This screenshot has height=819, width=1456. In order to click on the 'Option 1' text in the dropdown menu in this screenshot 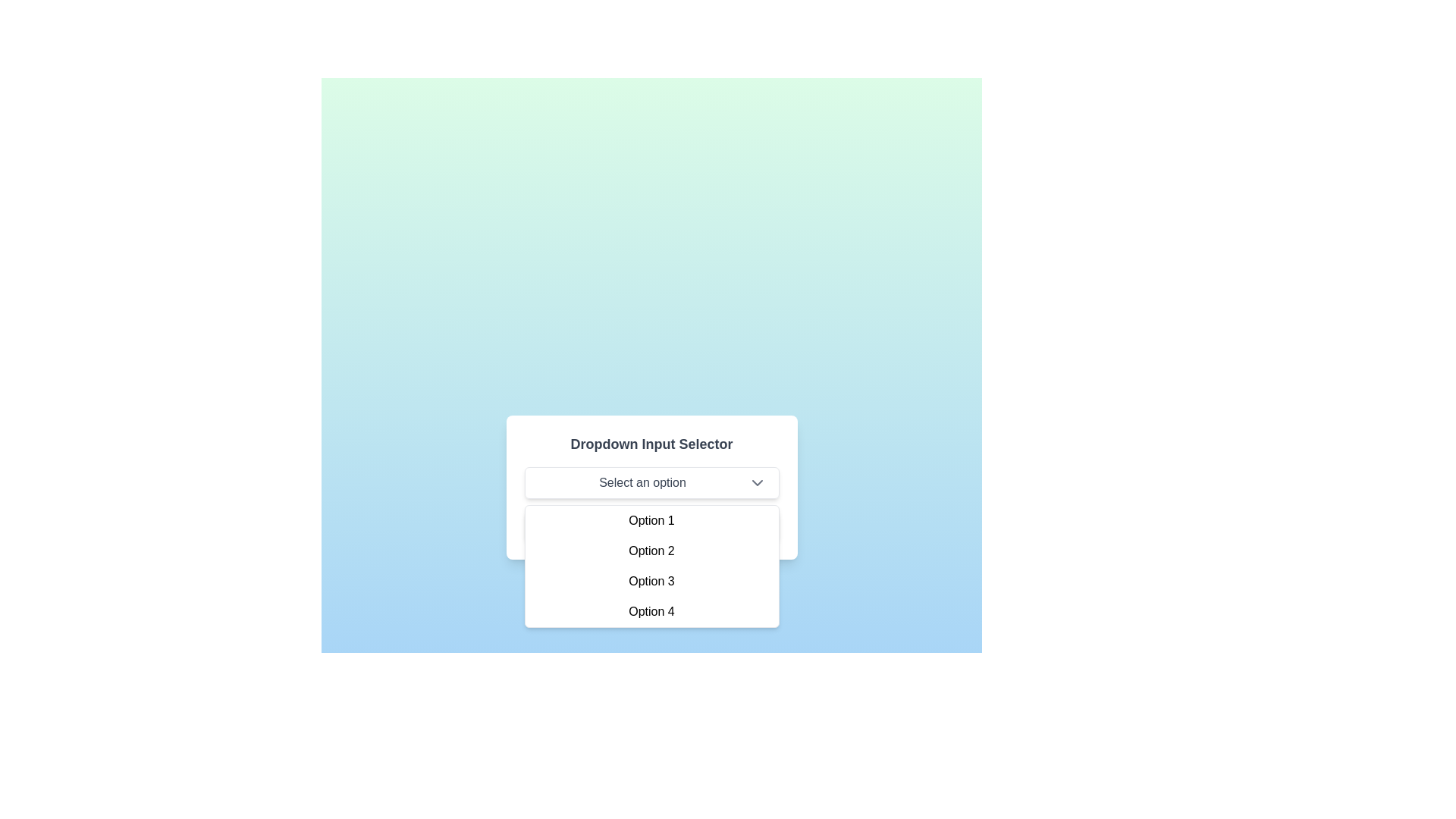, I will do `click(651, 519)`.